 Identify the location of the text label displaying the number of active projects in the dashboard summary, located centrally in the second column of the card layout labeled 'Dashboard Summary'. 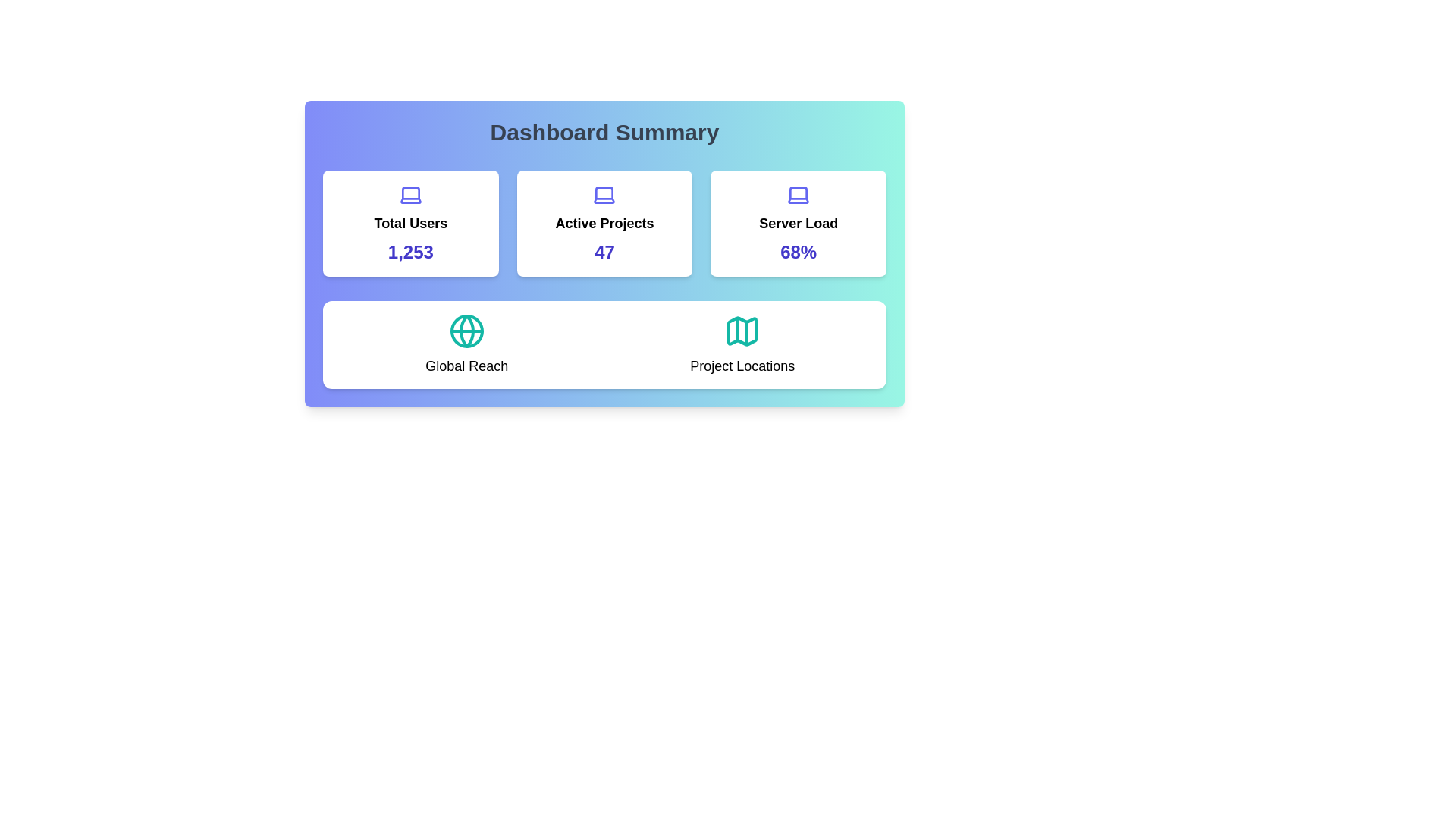
(604, 251).